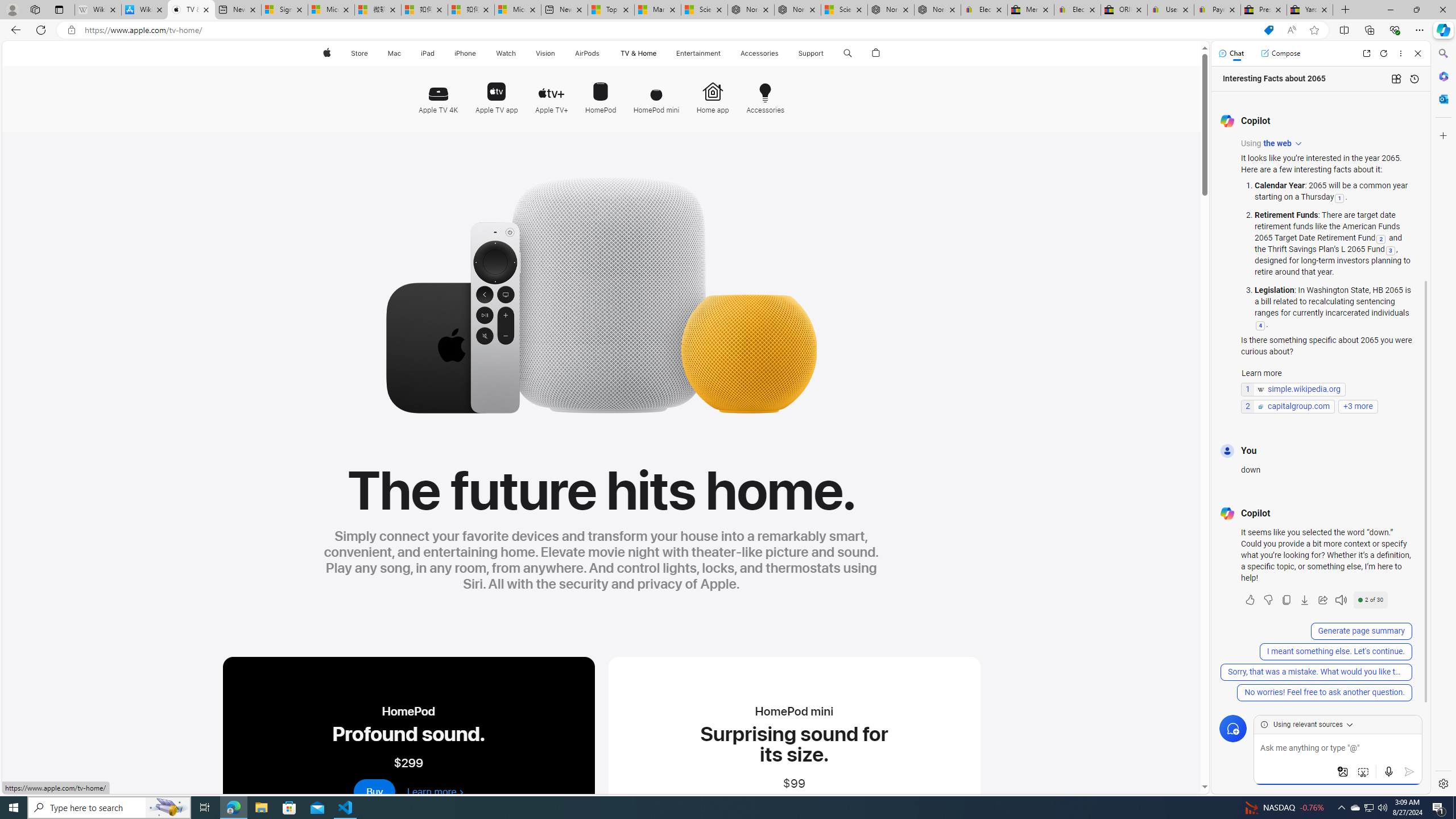 The image size is (1456, 819). I want to click on 'Shopping in Microsoft Edge', so click(1268, 30).